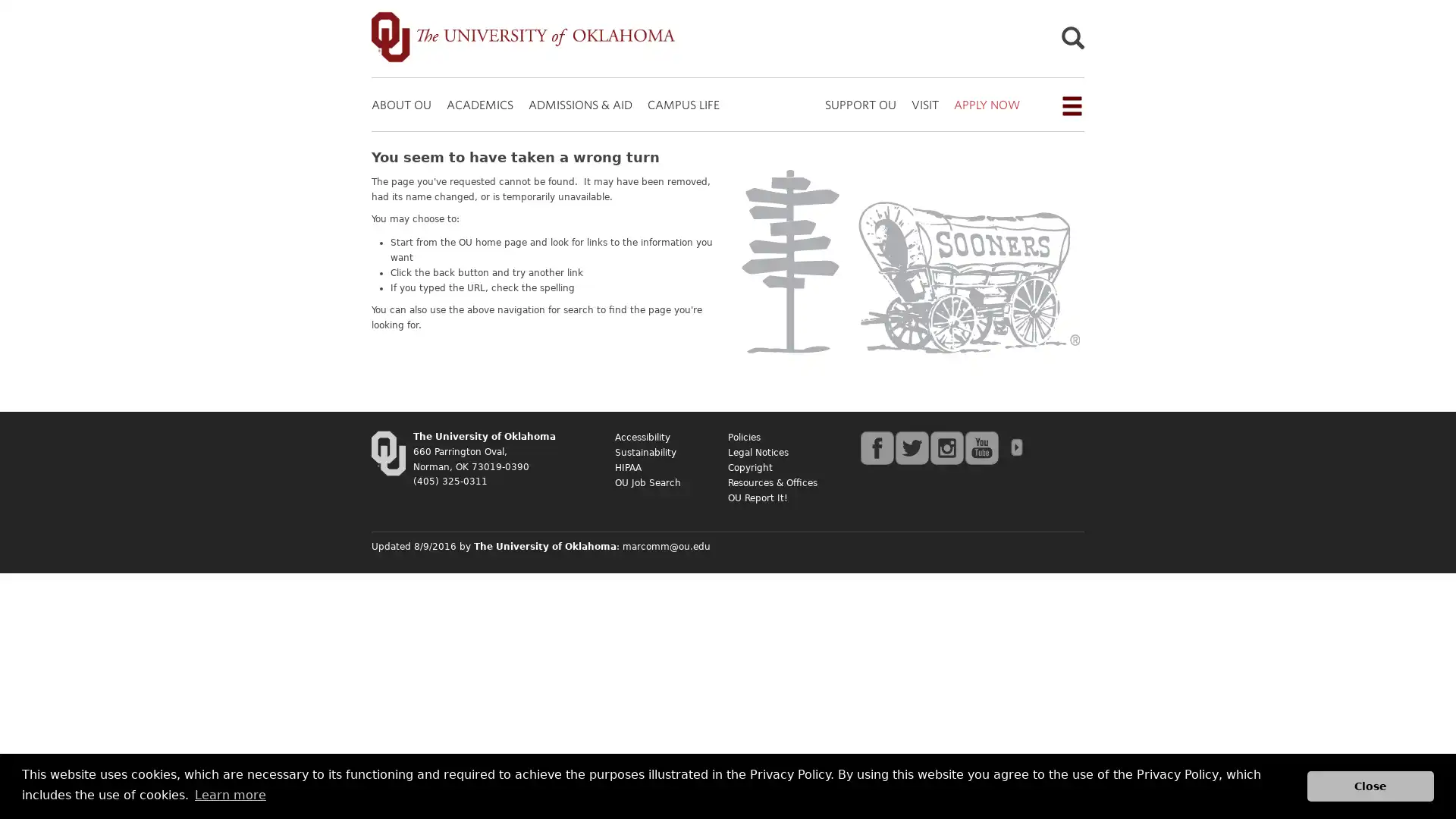 The image size is (1456, 819). Describe the element at coordinates (229, 794) in the screenshot. I see `learn more about cookies` at that location.